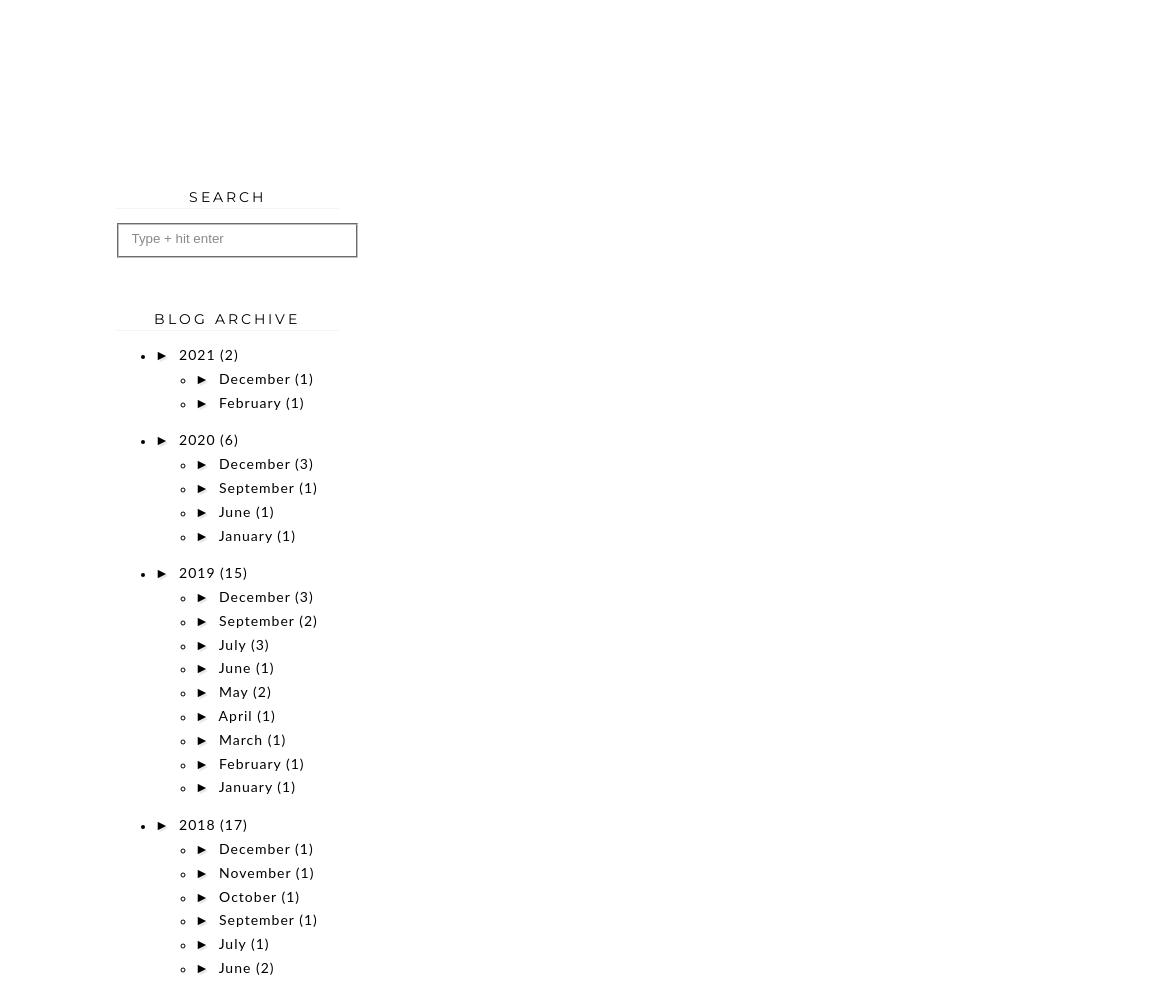  What do you see at coordinates (218, 872) in the screenshot?
I see `'November'` at bounding box center [218, 872].